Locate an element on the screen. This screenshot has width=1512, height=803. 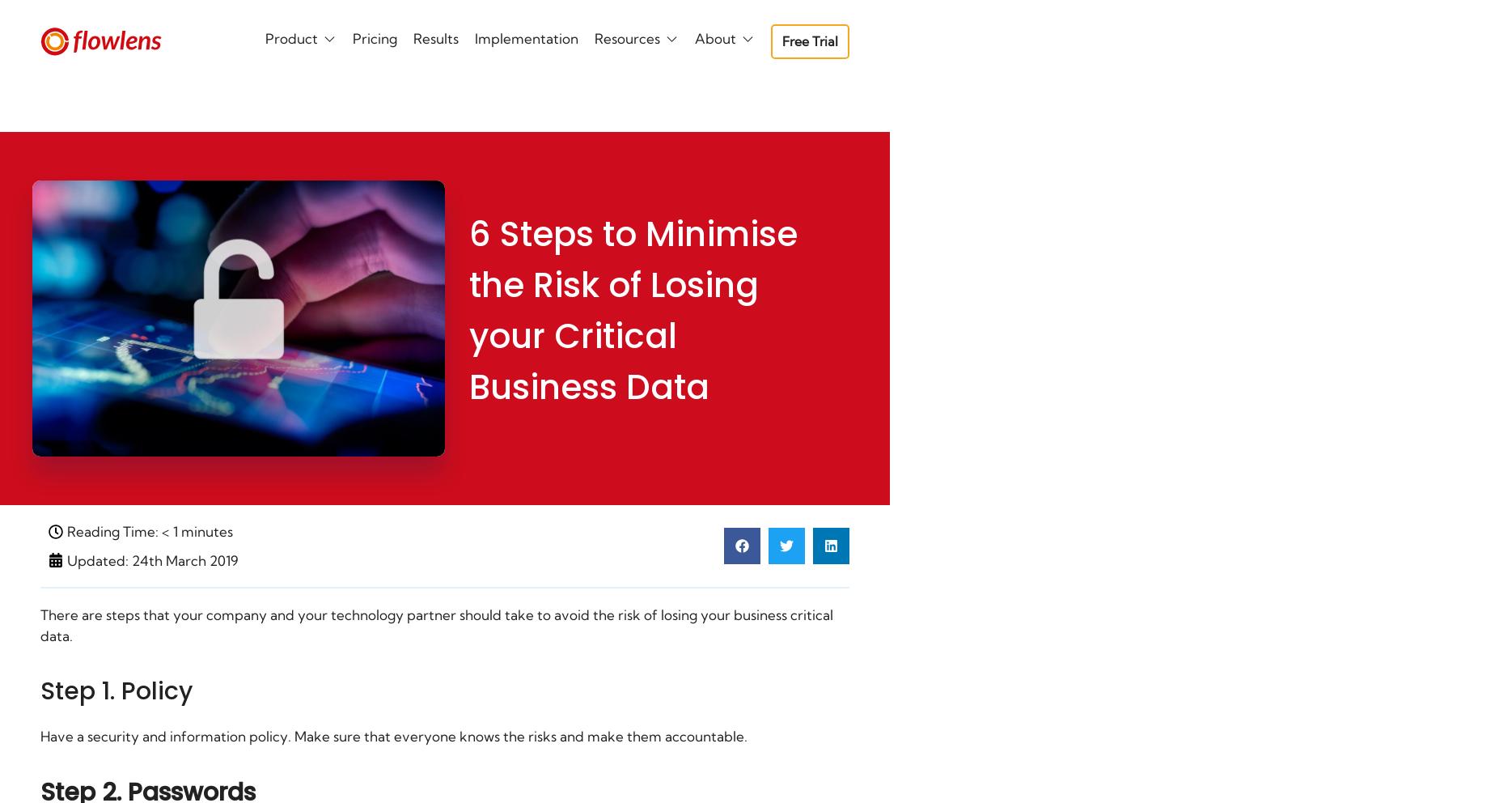
'Deliver on time, plan materials, stay on top of progress.' is located at coordinates (443, 165).